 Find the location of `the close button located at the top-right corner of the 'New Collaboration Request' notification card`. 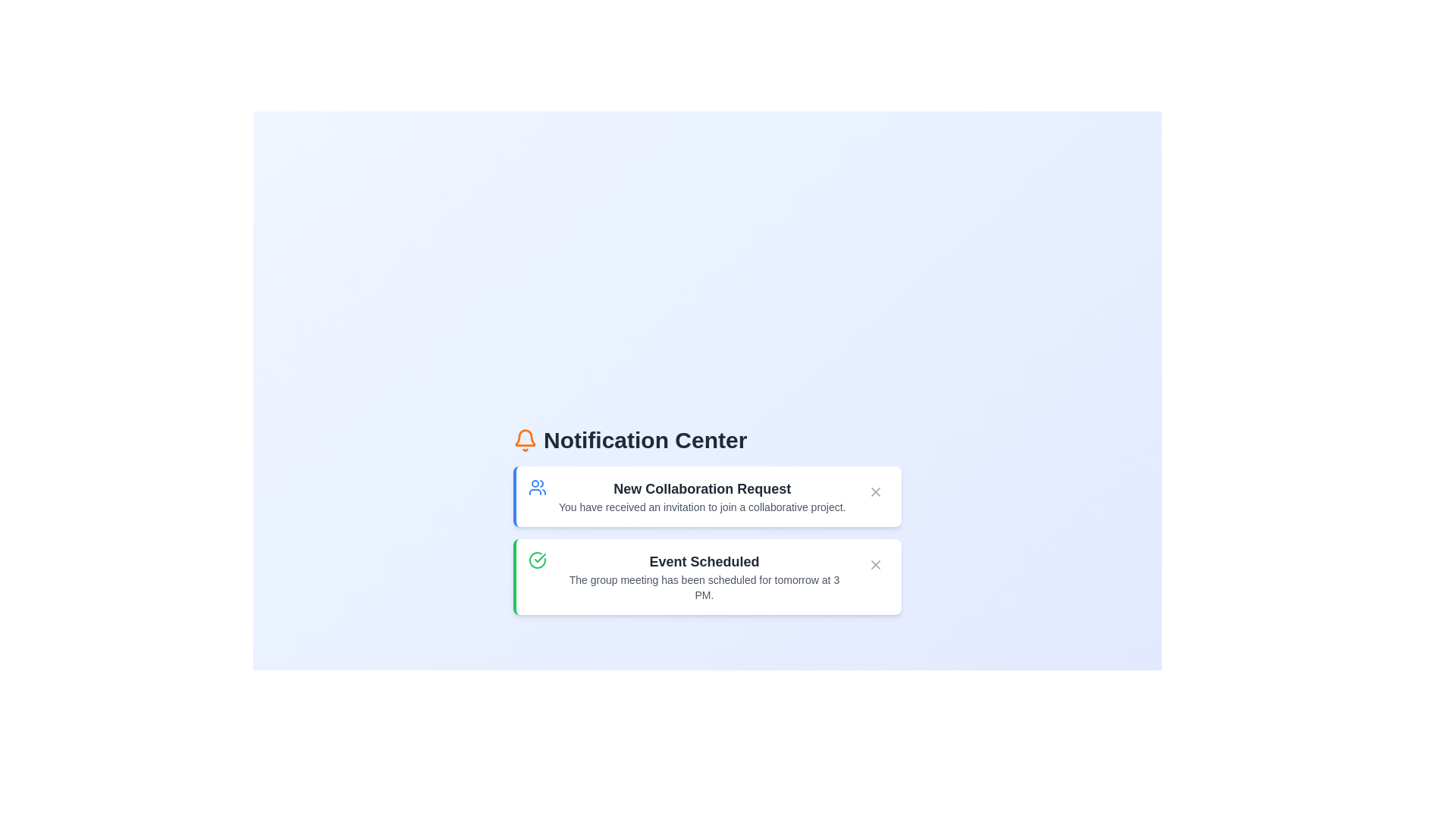

the close button located at the top-right corner of the 'New Collaboration Request' notification card is located at coordinates (876, 491).